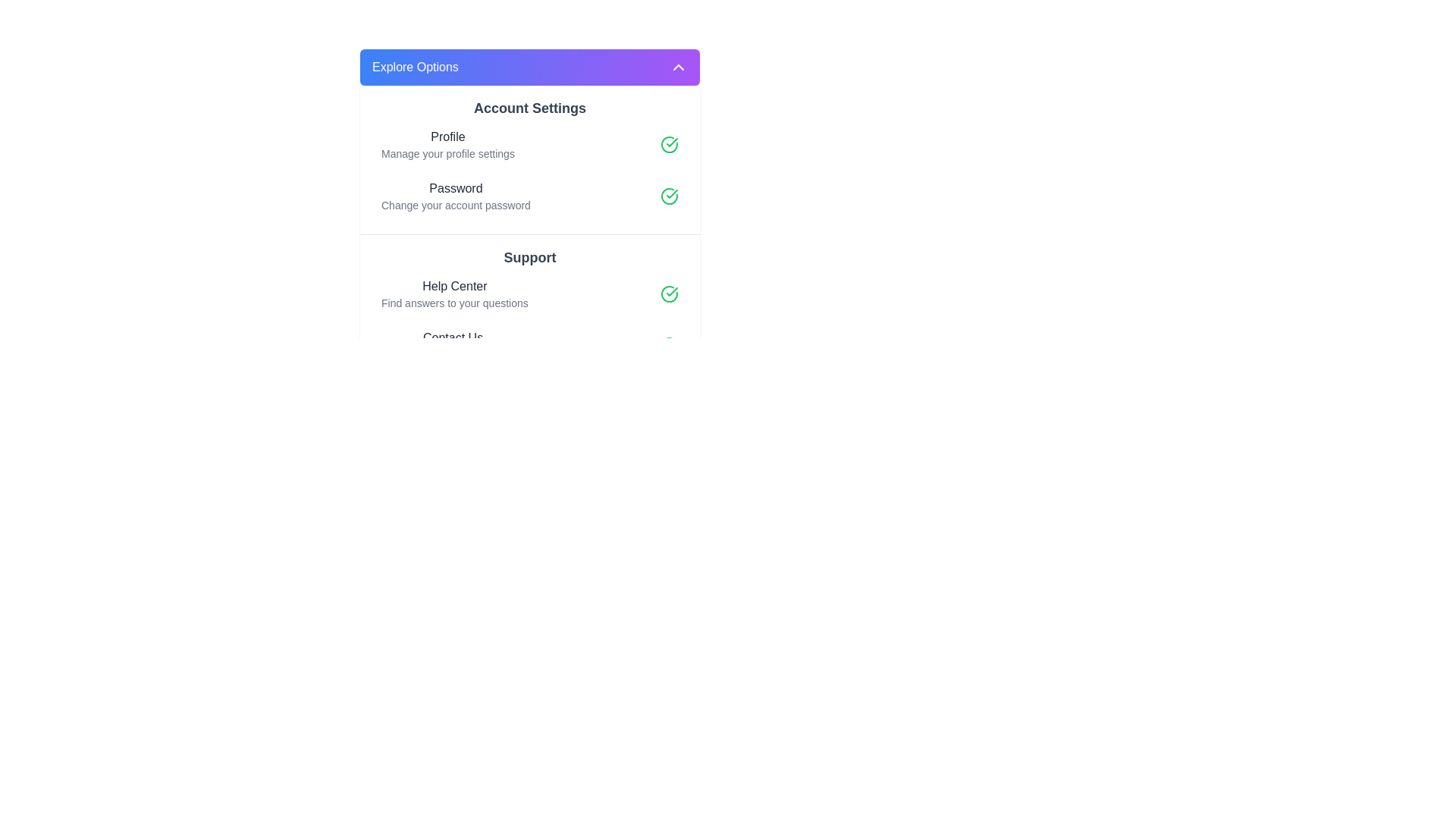 The width and height of the screenshot is (1456, 819). I want to click on the 'Contact Us' text label located in the 'Support' section, directly below the 'Help Center' text, which is styled in dark gray (#808080), so click(452, 337).